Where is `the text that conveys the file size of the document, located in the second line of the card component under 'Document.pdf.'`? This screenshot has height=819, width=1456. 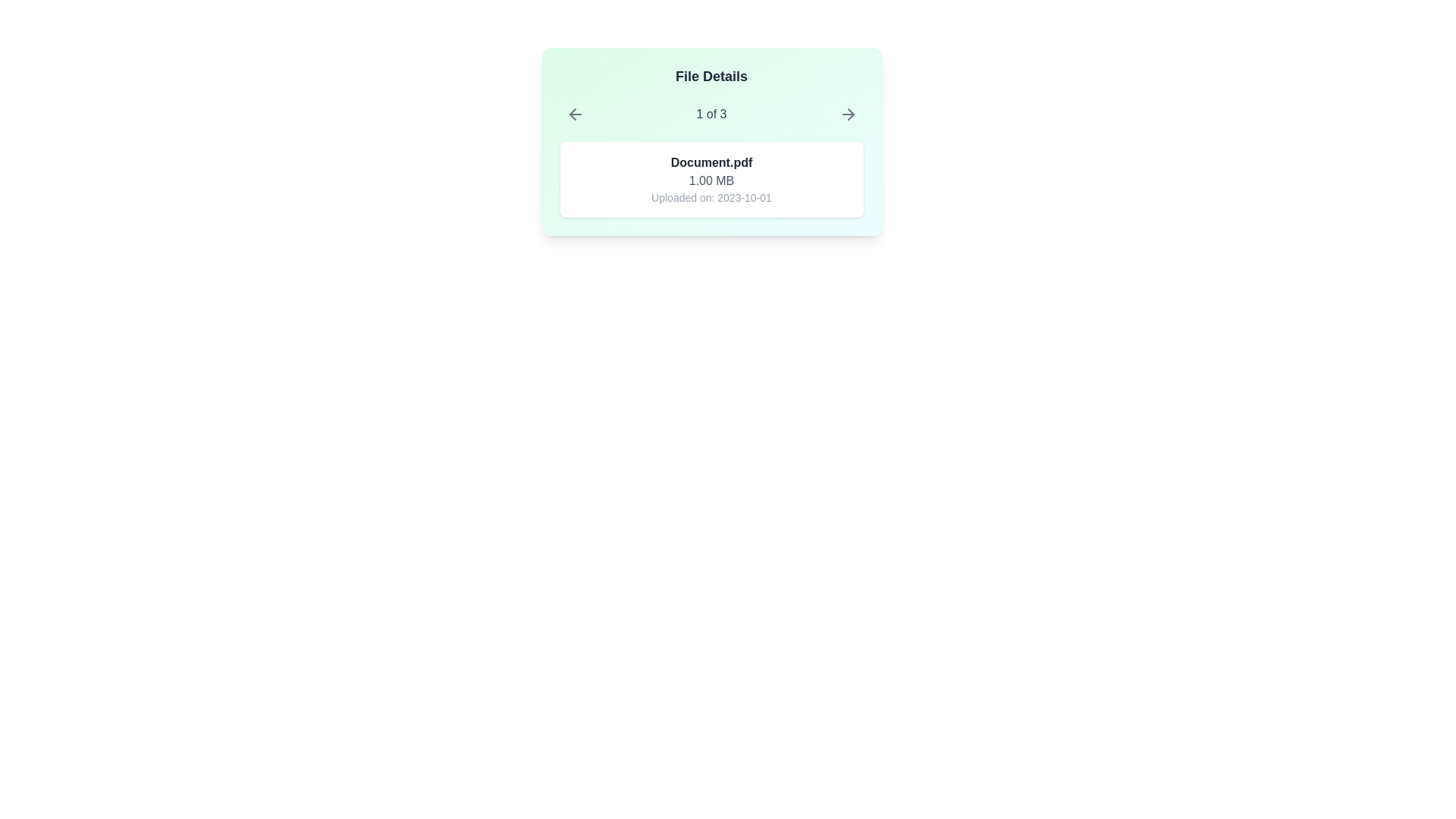 the text that conveys the file size of the document, located in the second line of the card component under 'Document.pdf.' is located at coordinates (711, 180).